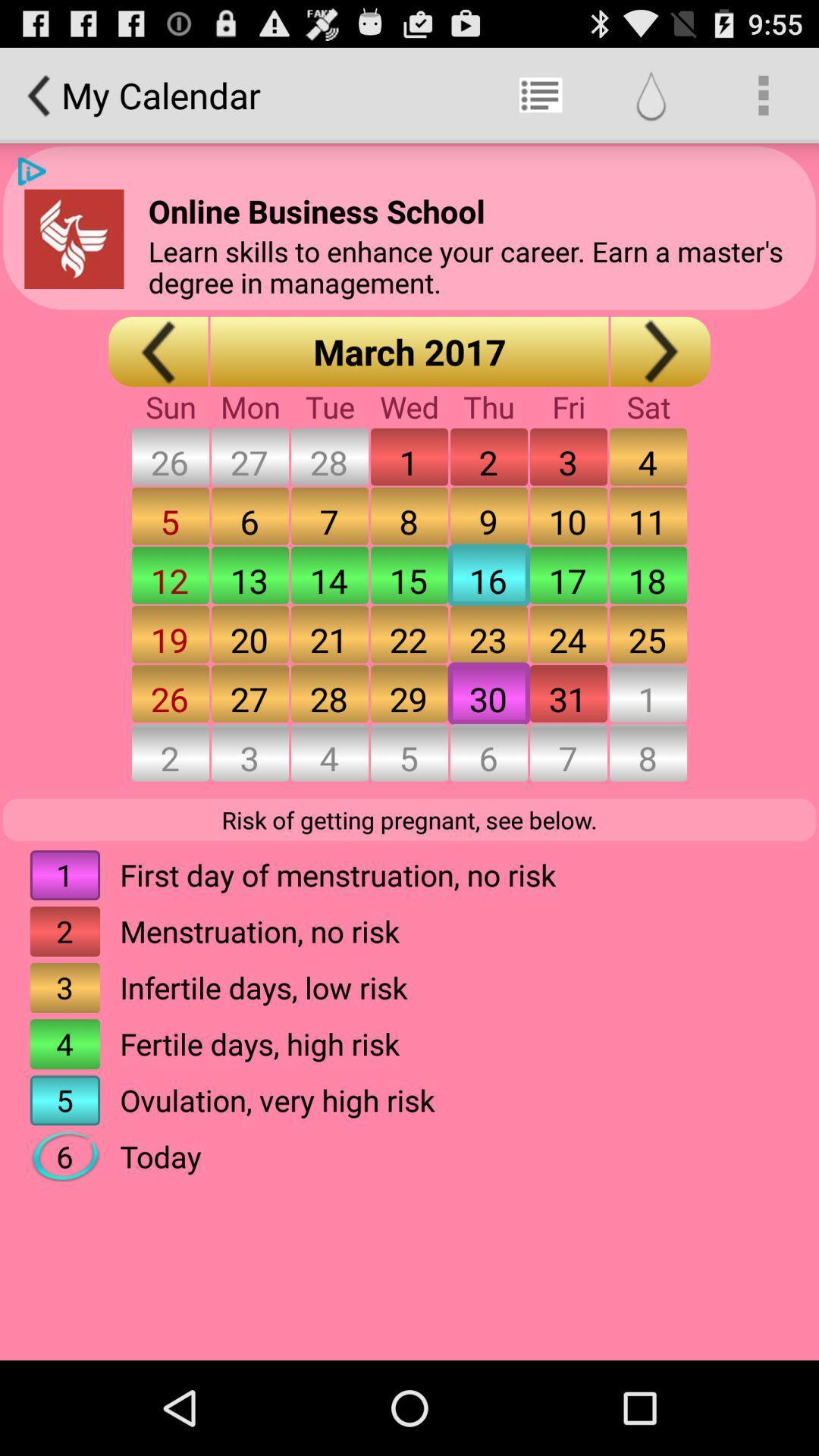 This screenshot has width=819, height=1456. Describe the element at coordinates (158, 350) in the screenshot. I see `go back` at that location.